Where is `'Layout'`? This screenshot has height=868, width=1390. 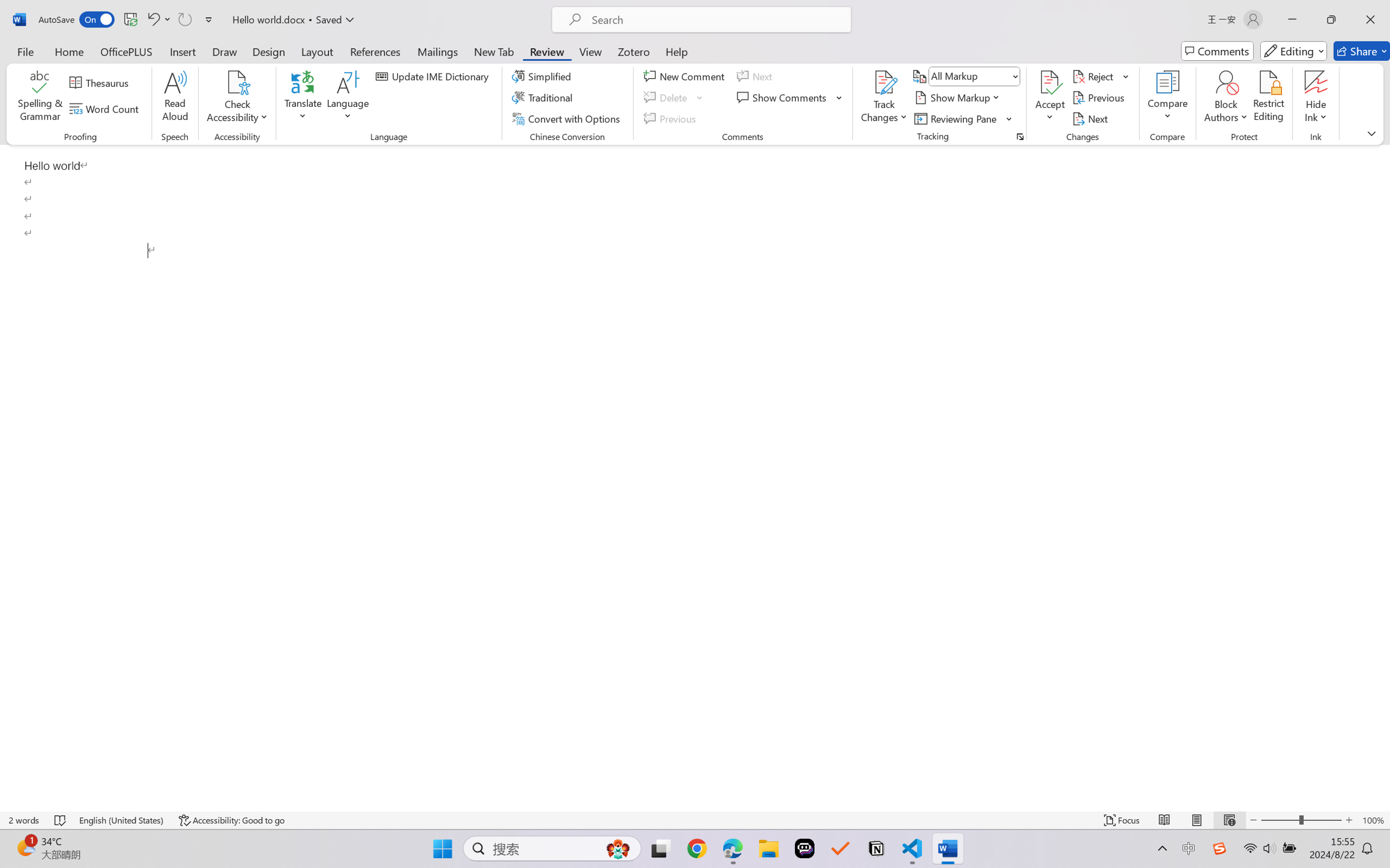
'Layout' is located at coordinates (316, 51).